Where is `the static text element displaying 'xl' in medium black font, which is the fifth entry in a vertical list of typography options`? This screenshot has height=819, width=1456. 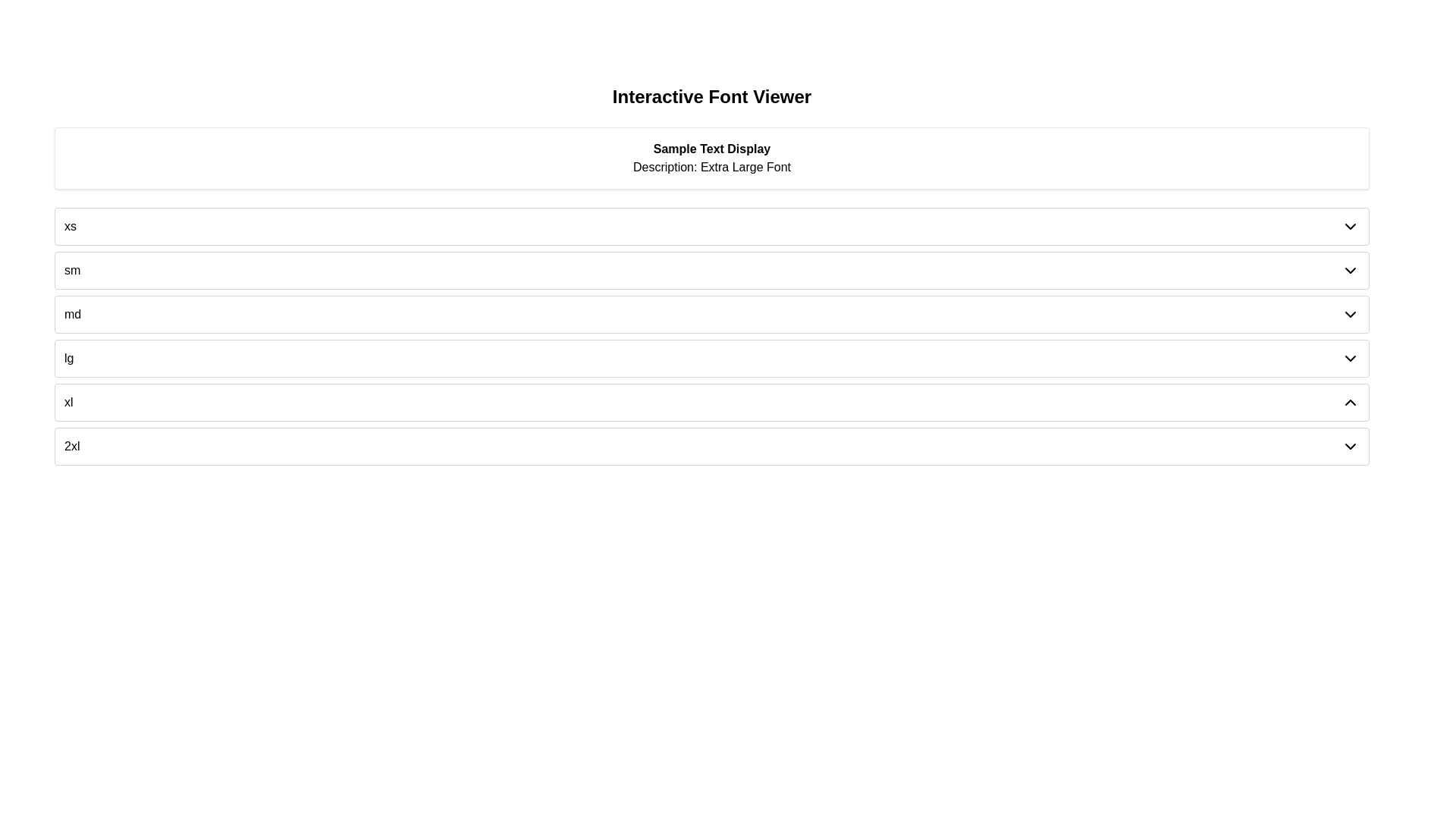
the static text element displaying 'xl' in medium black font, which is the fifth entry in a vertical list of typography options is located at coordinates (67, 402).